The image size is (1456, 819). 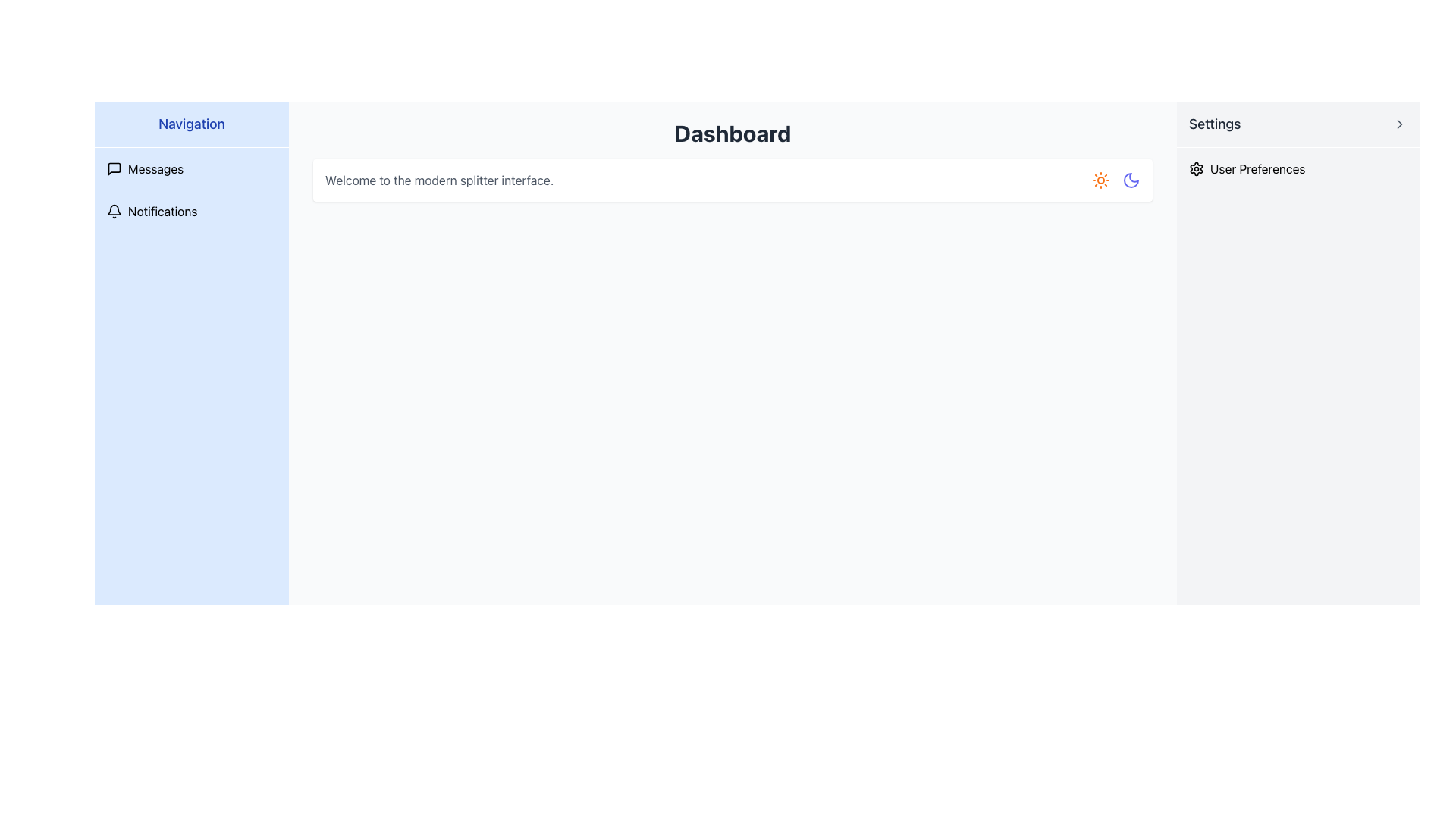 What do you see at coordinates (113, 169) in the screenshot?
I see `the message box icon, which is a vector graphical icon styled as a speech bubble with a stroke outline, located next to the 'Messages' label in the navigation section` at bounding box center [113, 169].